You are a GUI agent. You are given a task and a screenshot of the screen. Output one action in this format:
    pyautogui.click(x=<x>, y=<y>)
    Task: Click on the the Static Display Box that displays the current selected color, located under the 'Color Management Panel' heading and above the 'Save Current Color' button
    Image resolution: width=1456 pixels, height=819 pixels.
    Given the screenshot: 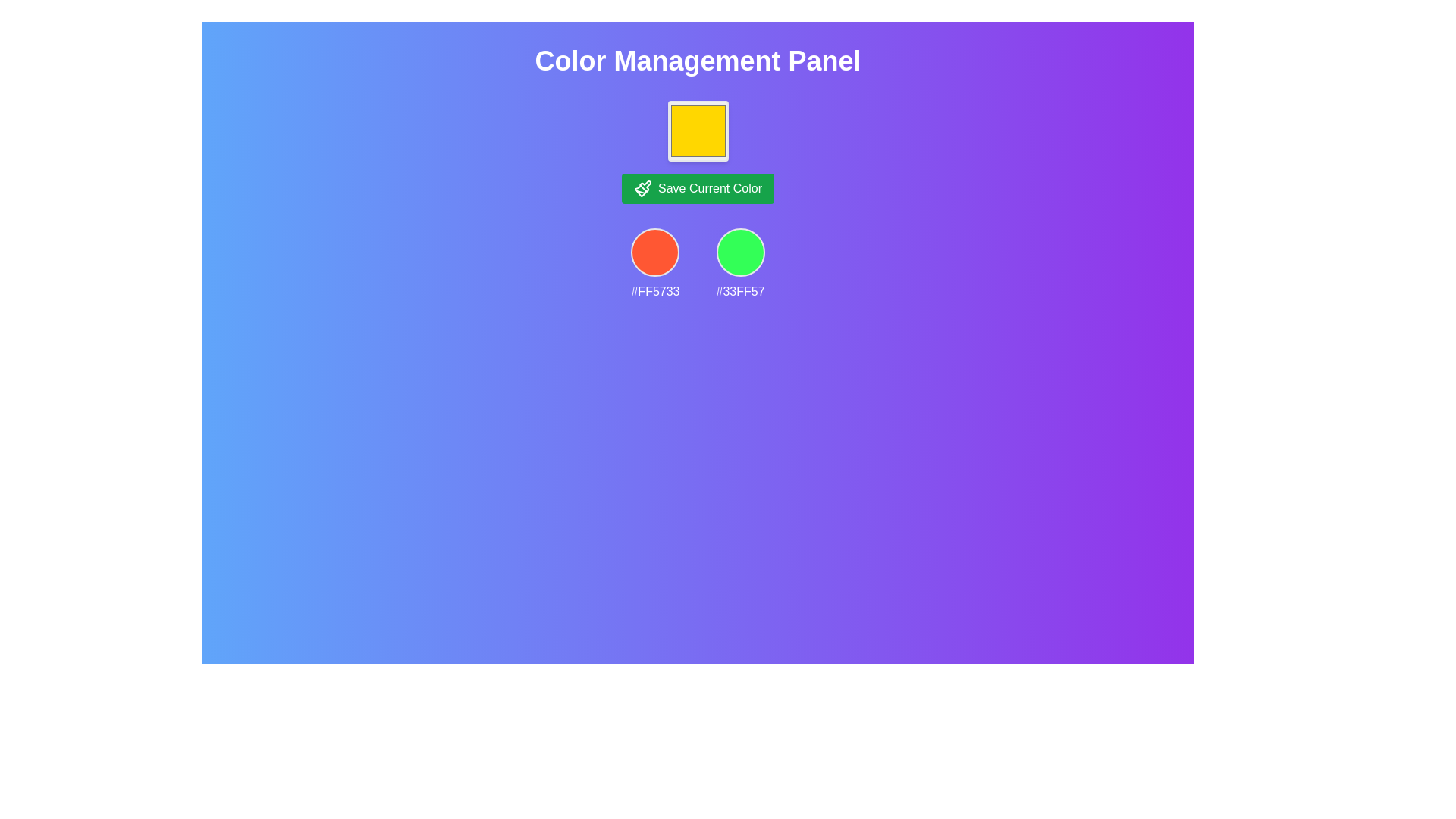 What is the action you would take?
    pyautogui.click(x=697, y=152)
    